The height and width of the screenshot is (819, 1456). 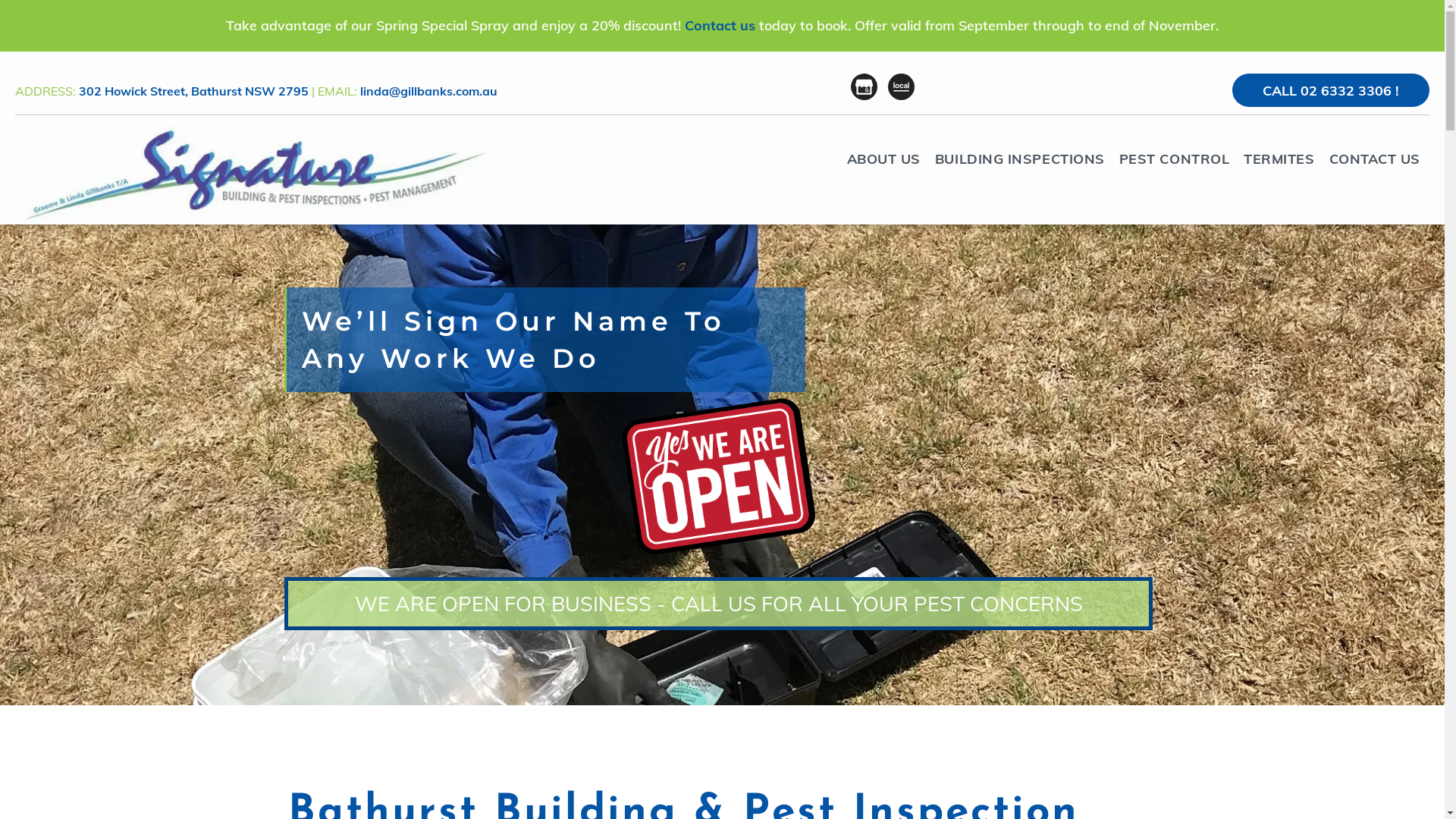 What do you see at coordinates (719, 25) in the screenshot?
I see `'Contact us'` at bounding box center [719, 25].